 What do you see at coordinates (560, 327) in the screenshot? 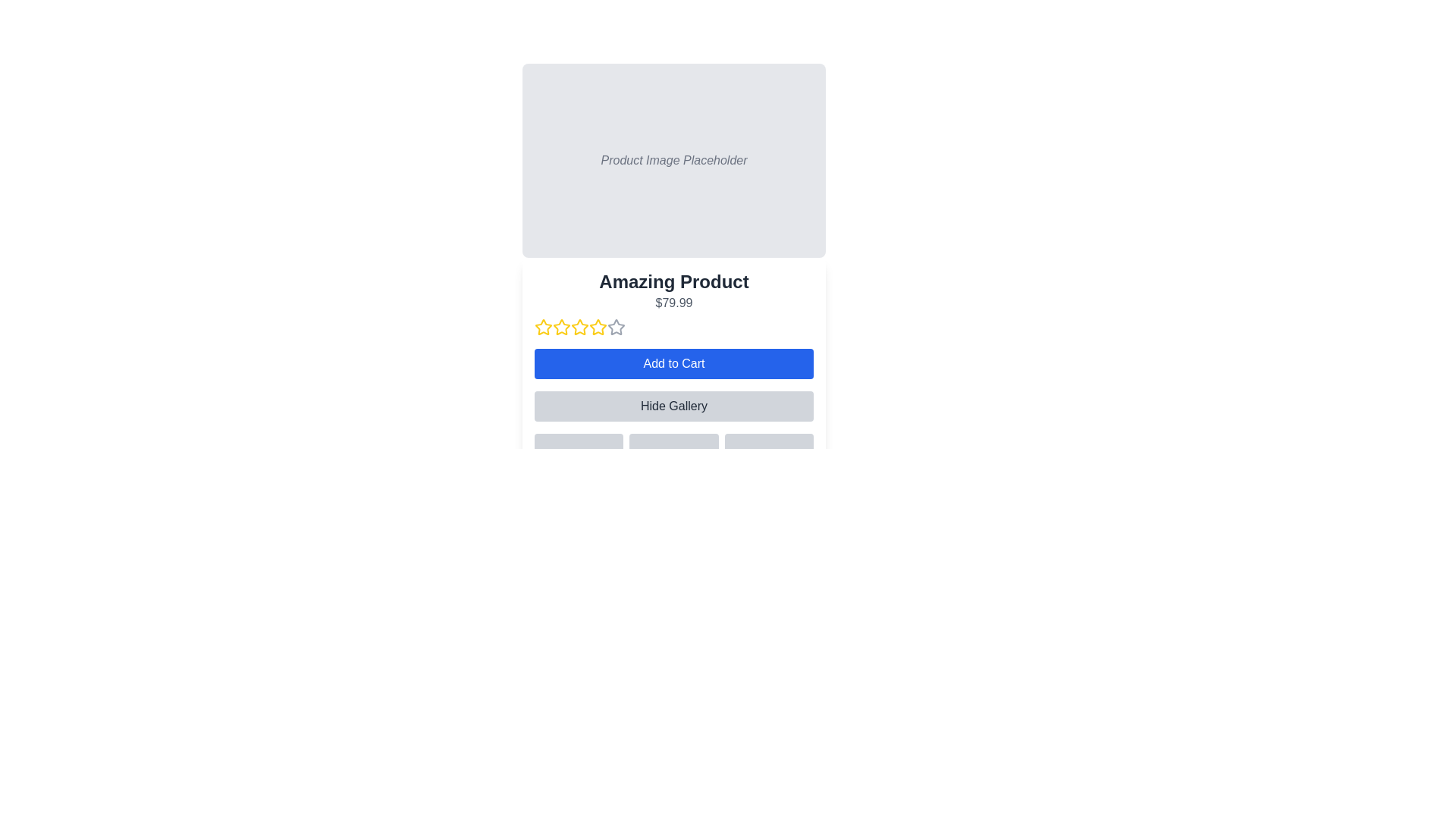
I see `the third star icon used for rating, which is aligned horizontally beneath the product title and price information` at bounding box center [560, 327].